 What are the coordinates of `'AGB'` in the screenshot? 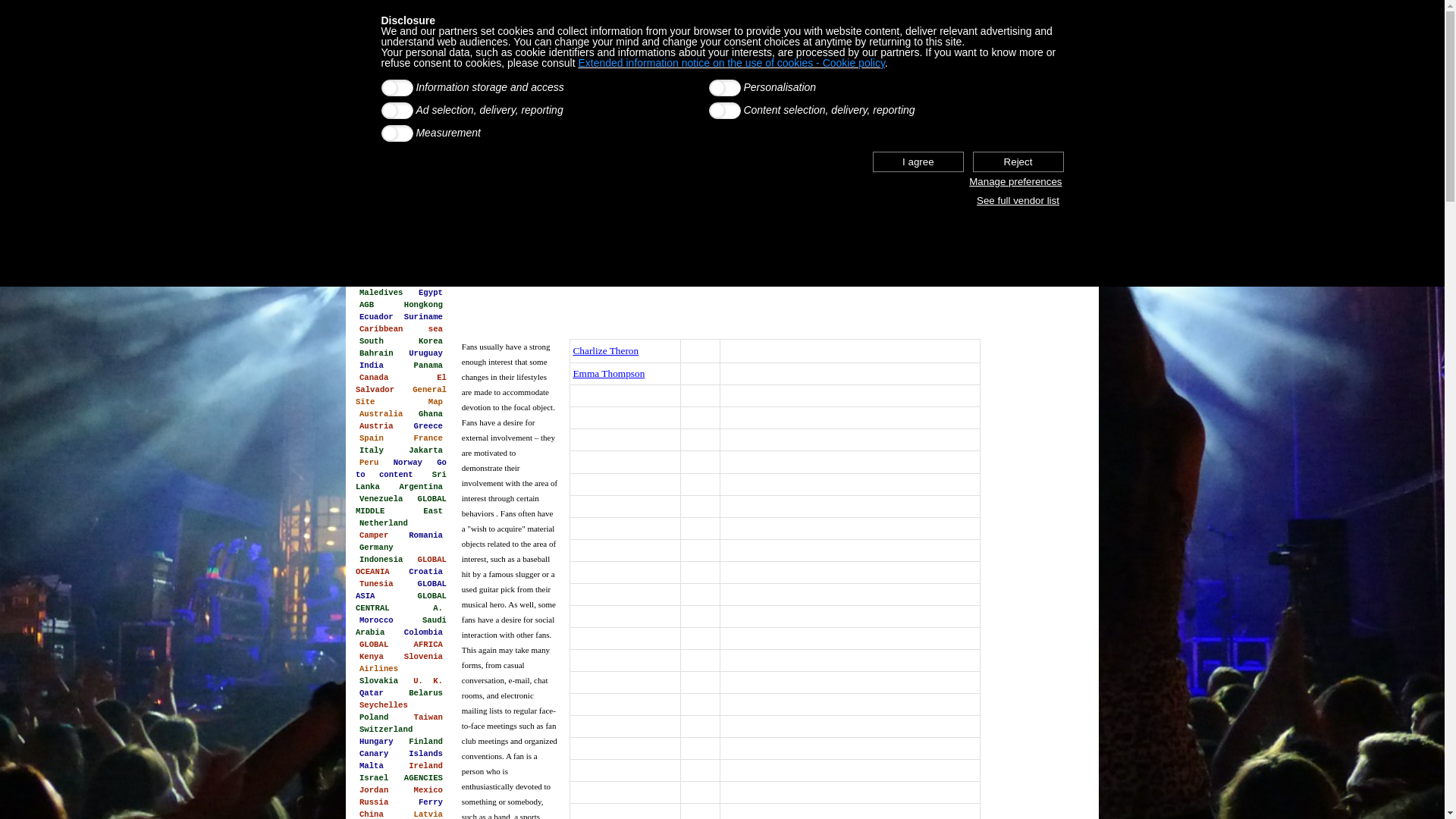 It's located at (366, 304).